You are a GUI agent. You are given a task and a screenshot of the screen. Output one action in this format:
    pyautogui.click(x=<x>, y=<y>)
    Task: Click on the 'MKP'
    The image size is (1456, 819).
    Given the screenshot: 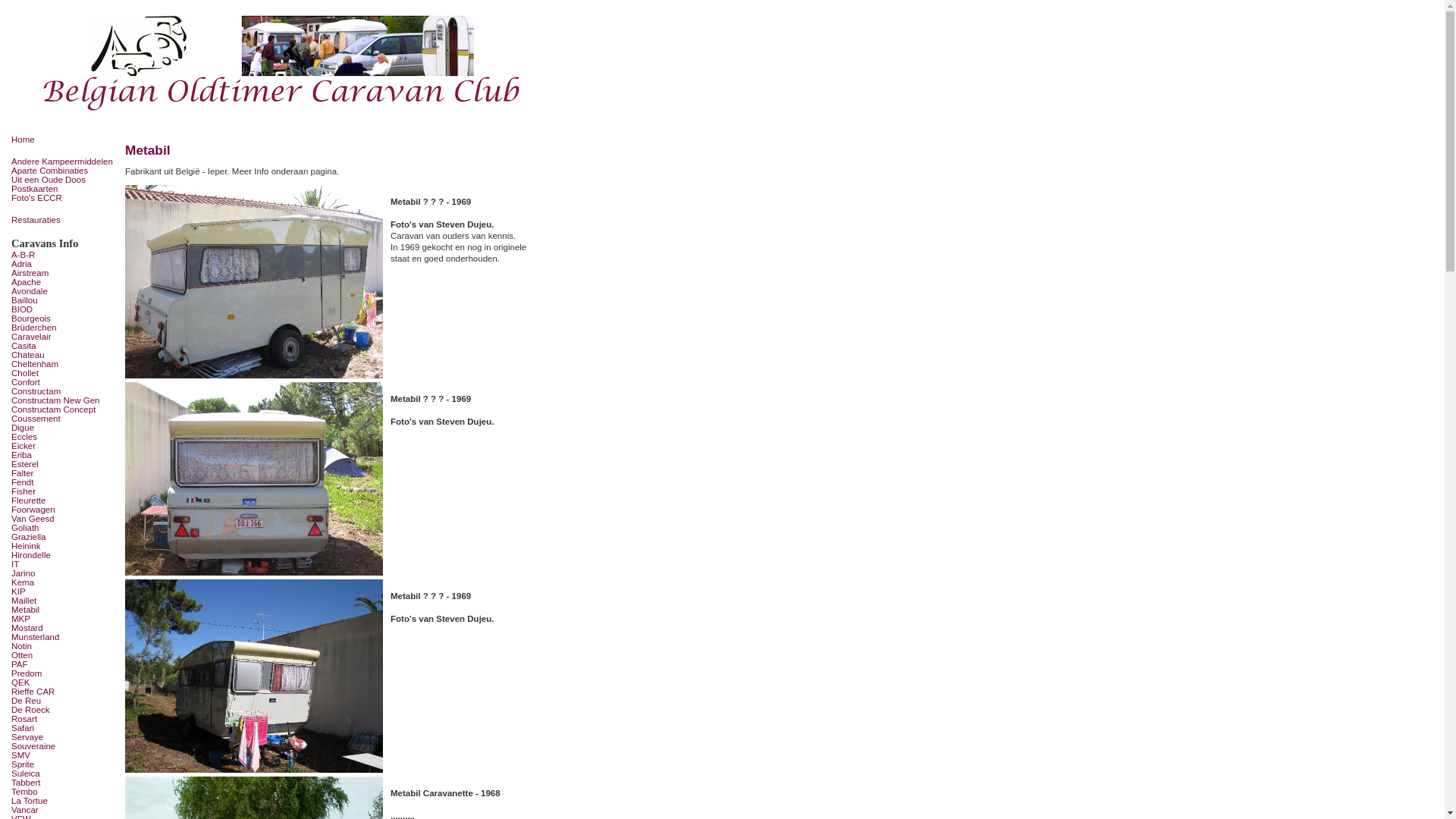 What is the action you would take?
    pyautogui.click(x=64, y=619)
    